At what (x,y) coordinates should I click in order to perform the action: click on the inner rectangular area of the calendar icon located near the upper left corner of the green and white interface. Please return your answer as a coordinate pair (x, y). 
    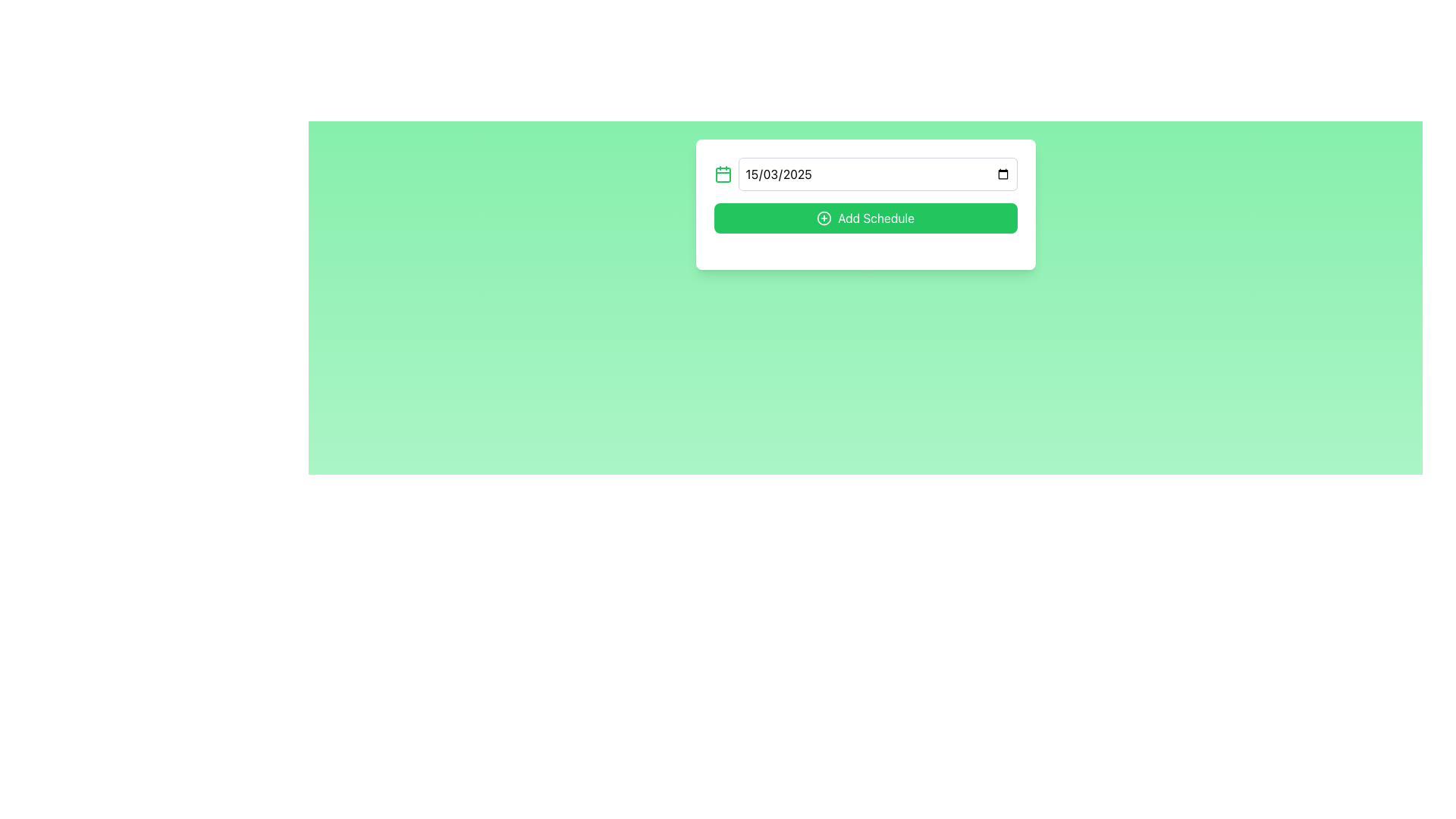
    Looking at the image, I should click on (722, 174).